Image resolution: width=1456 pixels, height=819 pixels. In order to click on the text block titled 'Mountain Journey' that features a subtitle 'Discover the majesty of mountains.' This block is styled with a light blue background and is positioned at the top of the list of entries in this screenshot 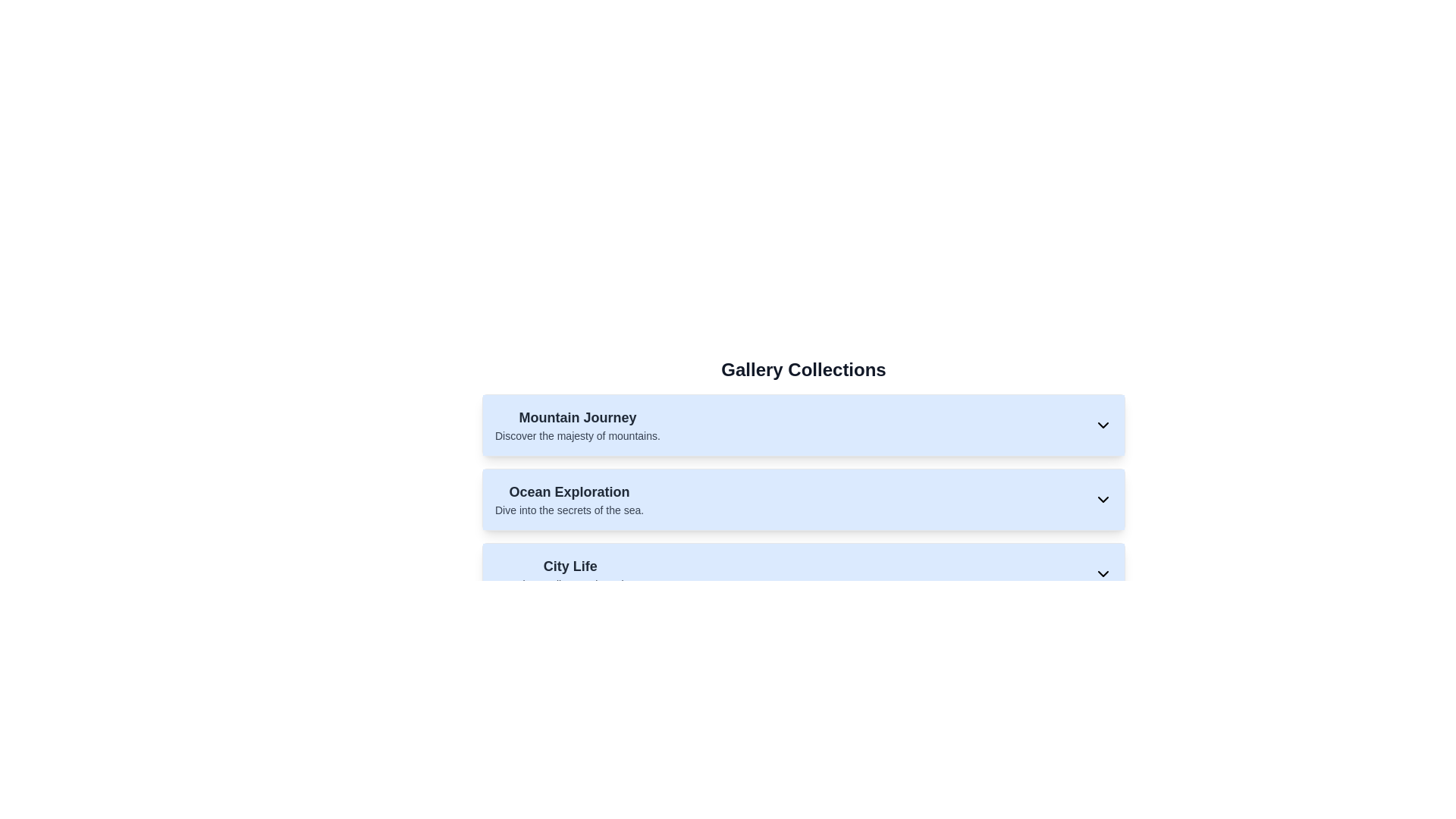, I will do `click(576, 425)`.